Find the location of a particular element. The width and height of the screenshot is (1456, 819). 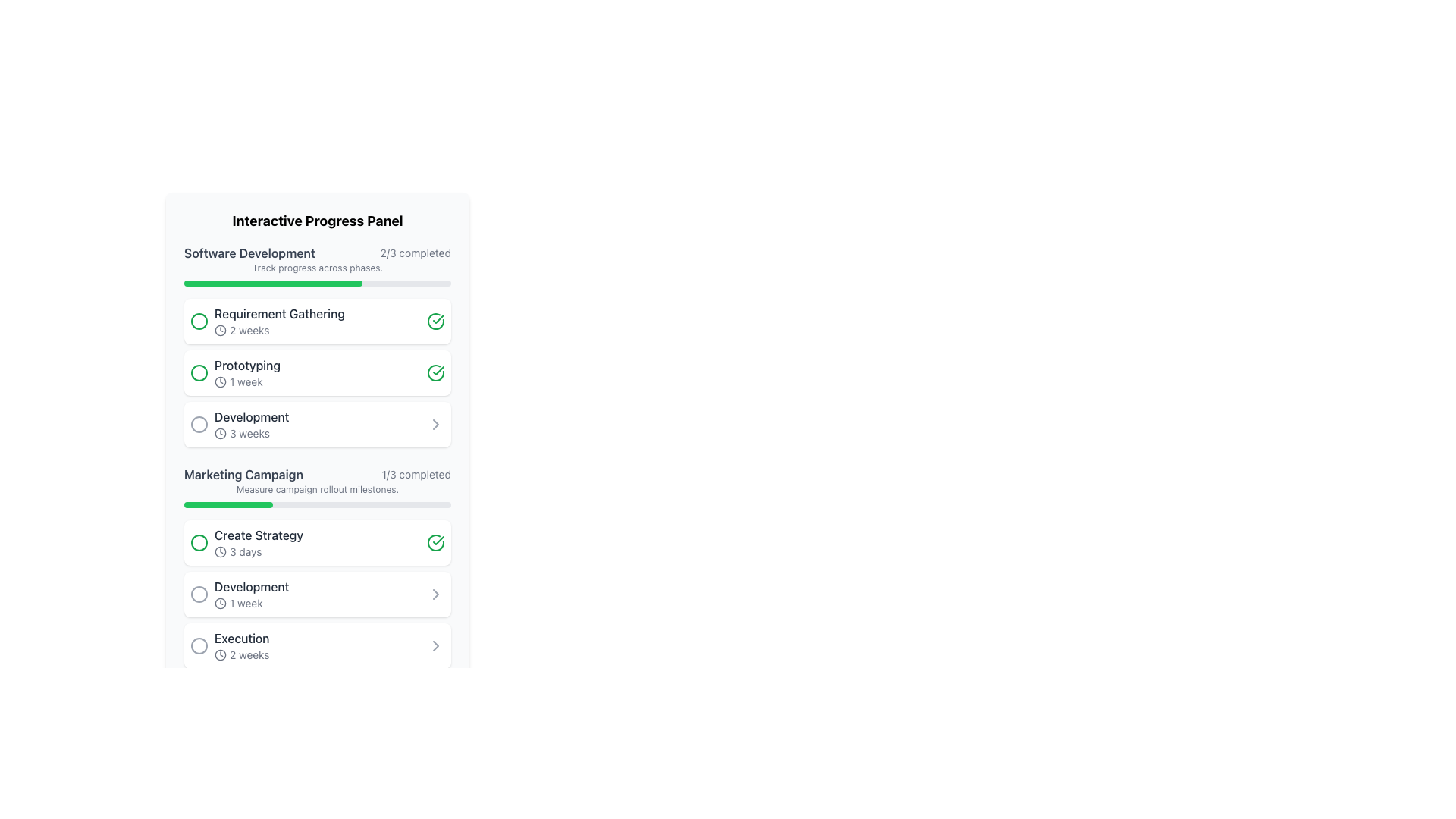

the milestone list item labeled 'Prototyping' which is the second item under the 'Software Development' section, located between 'Requirement Gathering' and 'Development' is located at coordinates (234, 373).